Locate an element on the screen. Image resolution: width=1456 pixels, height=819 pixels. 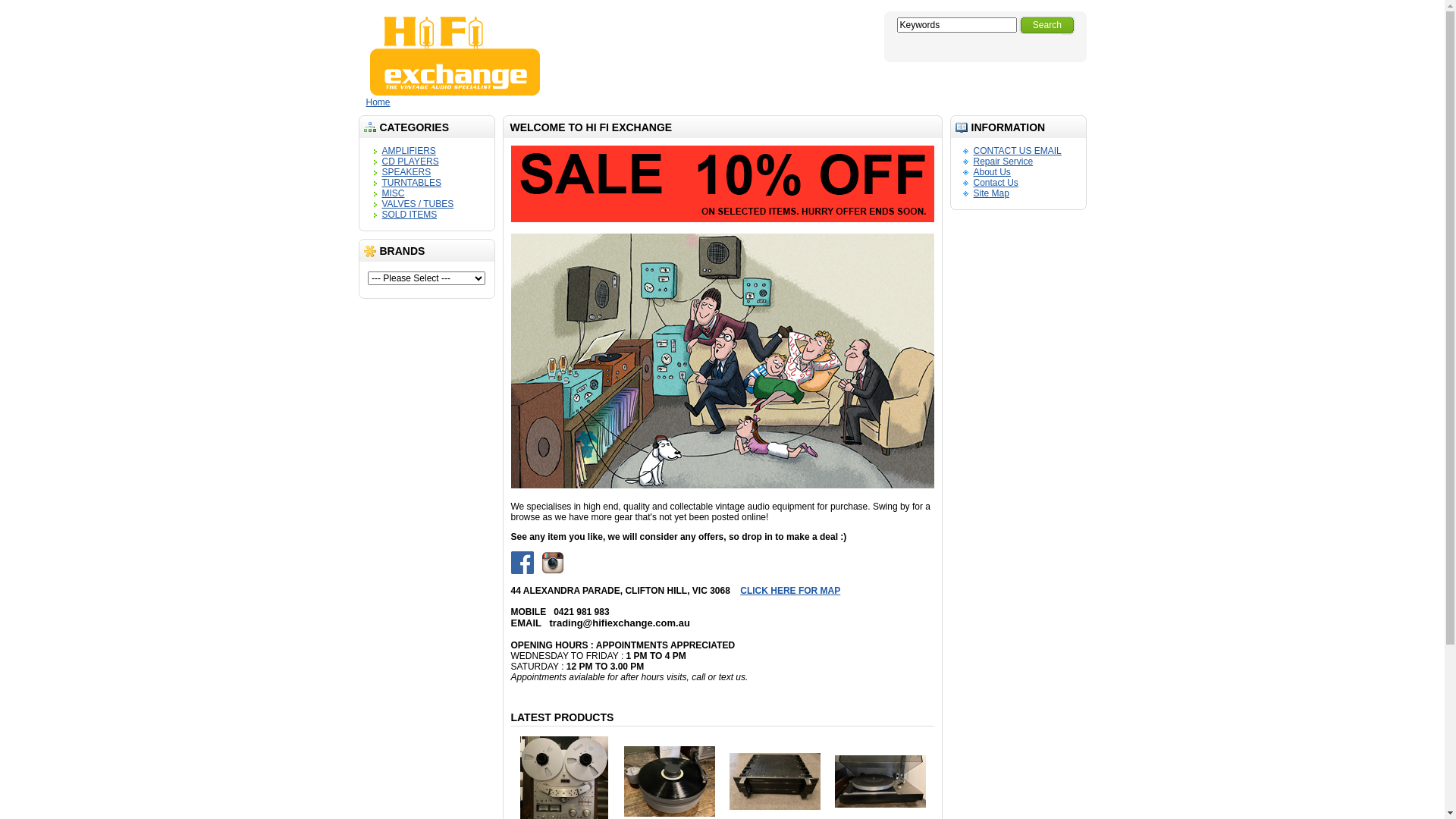
'Keywords' is located at coordinates (955, 25).